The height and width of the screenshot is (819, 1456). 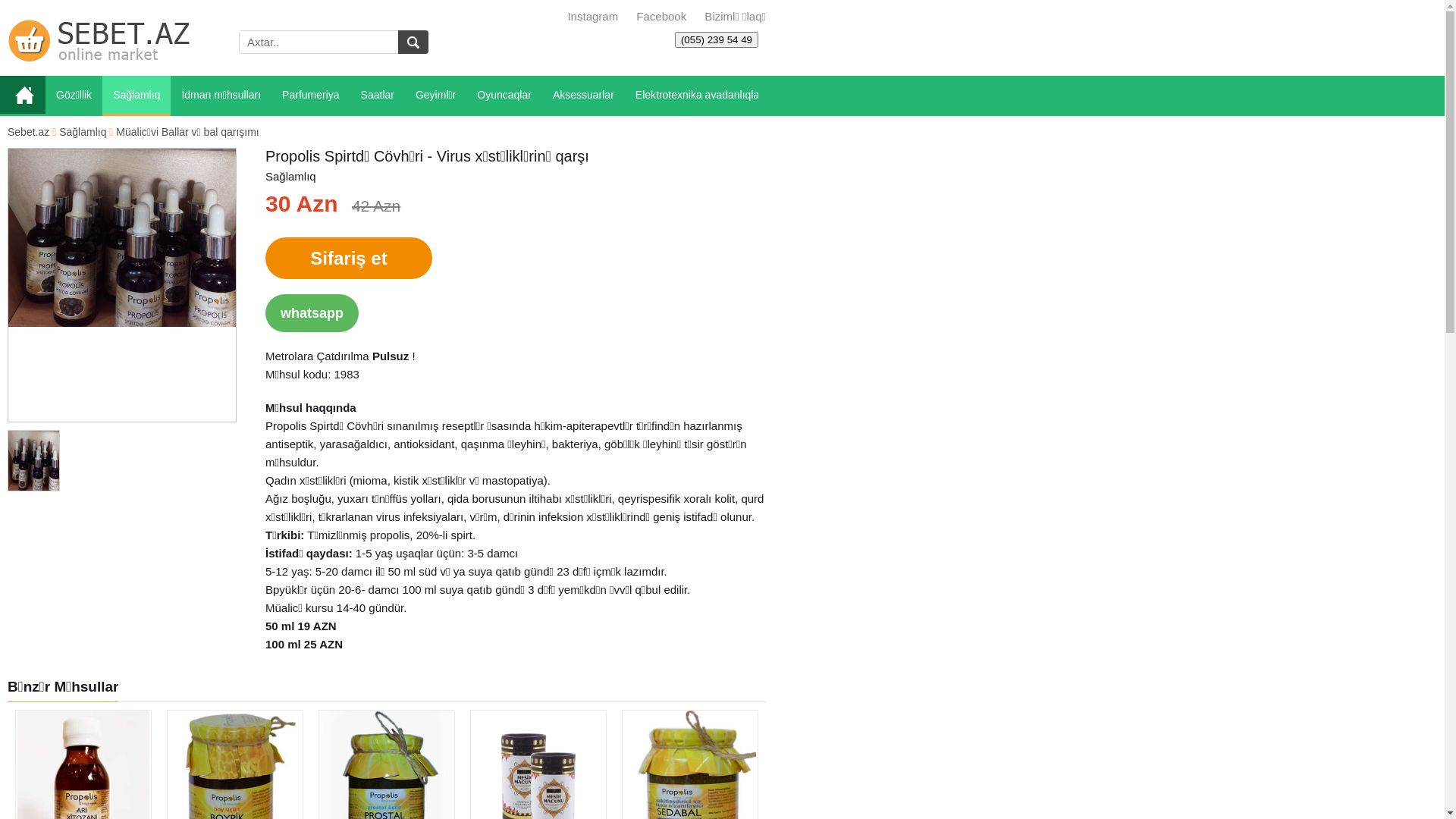 I want to click on 'Parfumeriya', so click(x=309, y=96).